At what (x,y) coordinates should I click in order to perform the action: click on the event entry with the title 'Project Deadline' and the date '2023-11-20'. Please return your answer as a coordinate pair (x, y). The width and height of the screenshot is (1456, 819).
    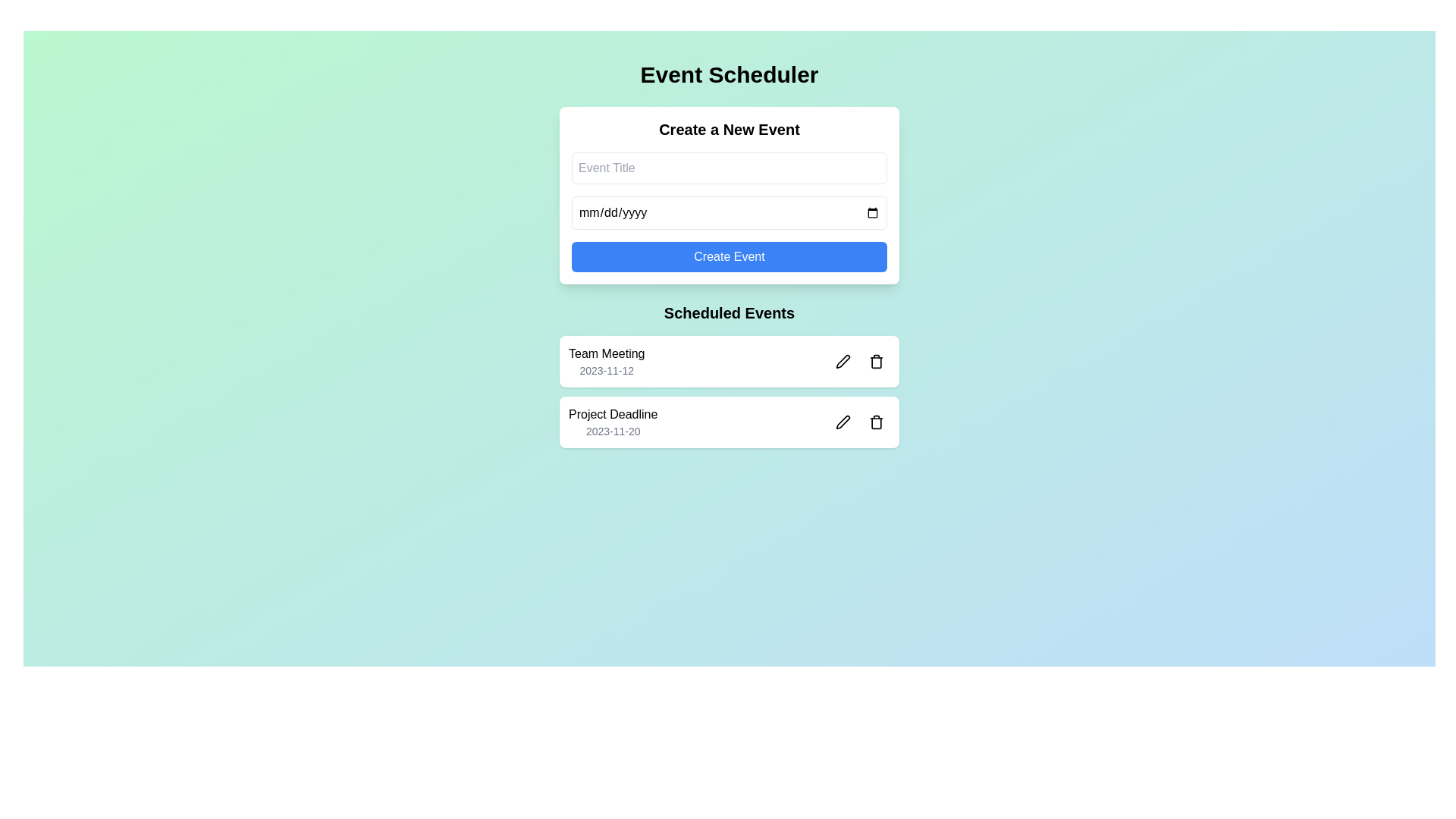
    Looking at the image, I should click on (729, 422).